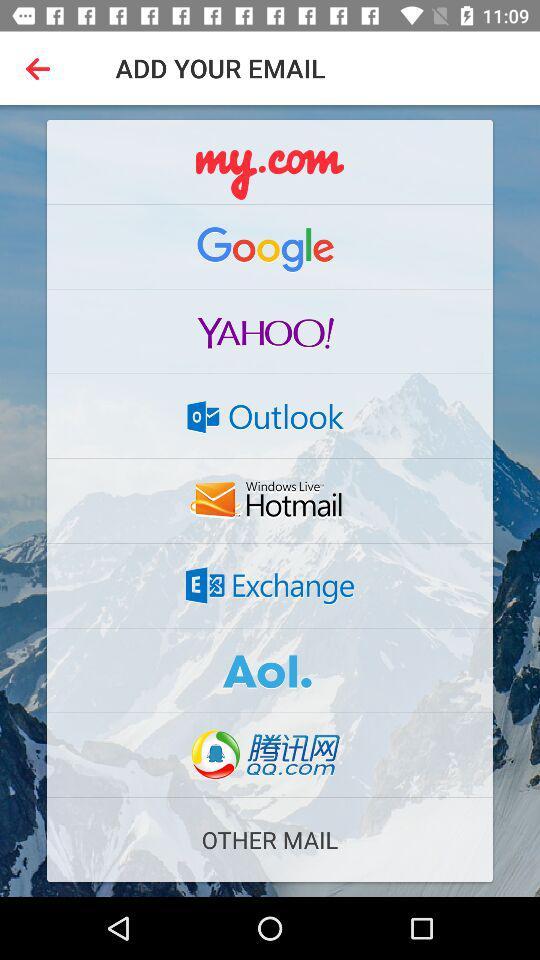  I want to click on open add link, so click(270, 161).